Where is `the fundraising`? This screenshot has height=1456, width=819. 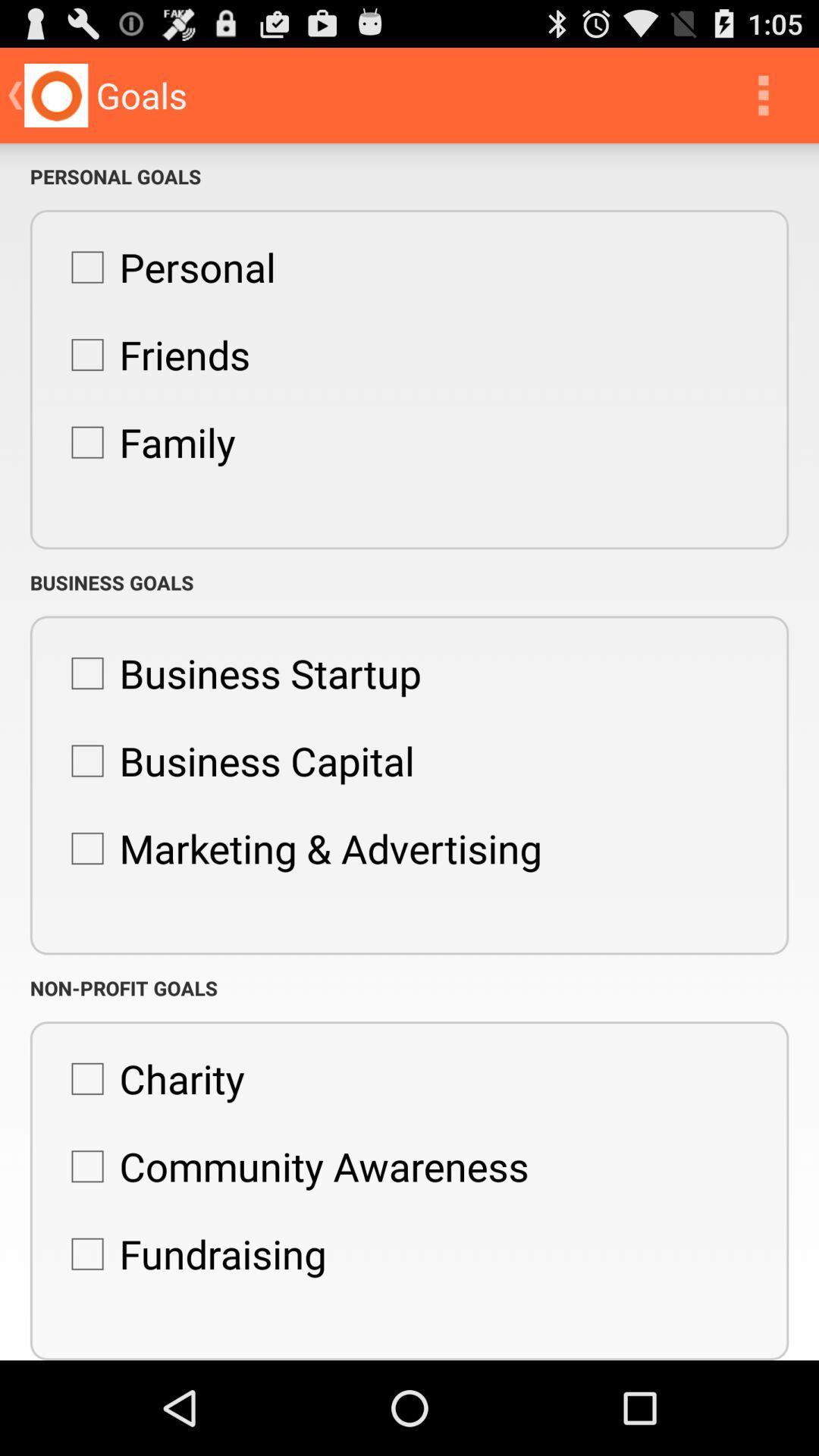
the fundraising is located at coordinates (190, 1254).